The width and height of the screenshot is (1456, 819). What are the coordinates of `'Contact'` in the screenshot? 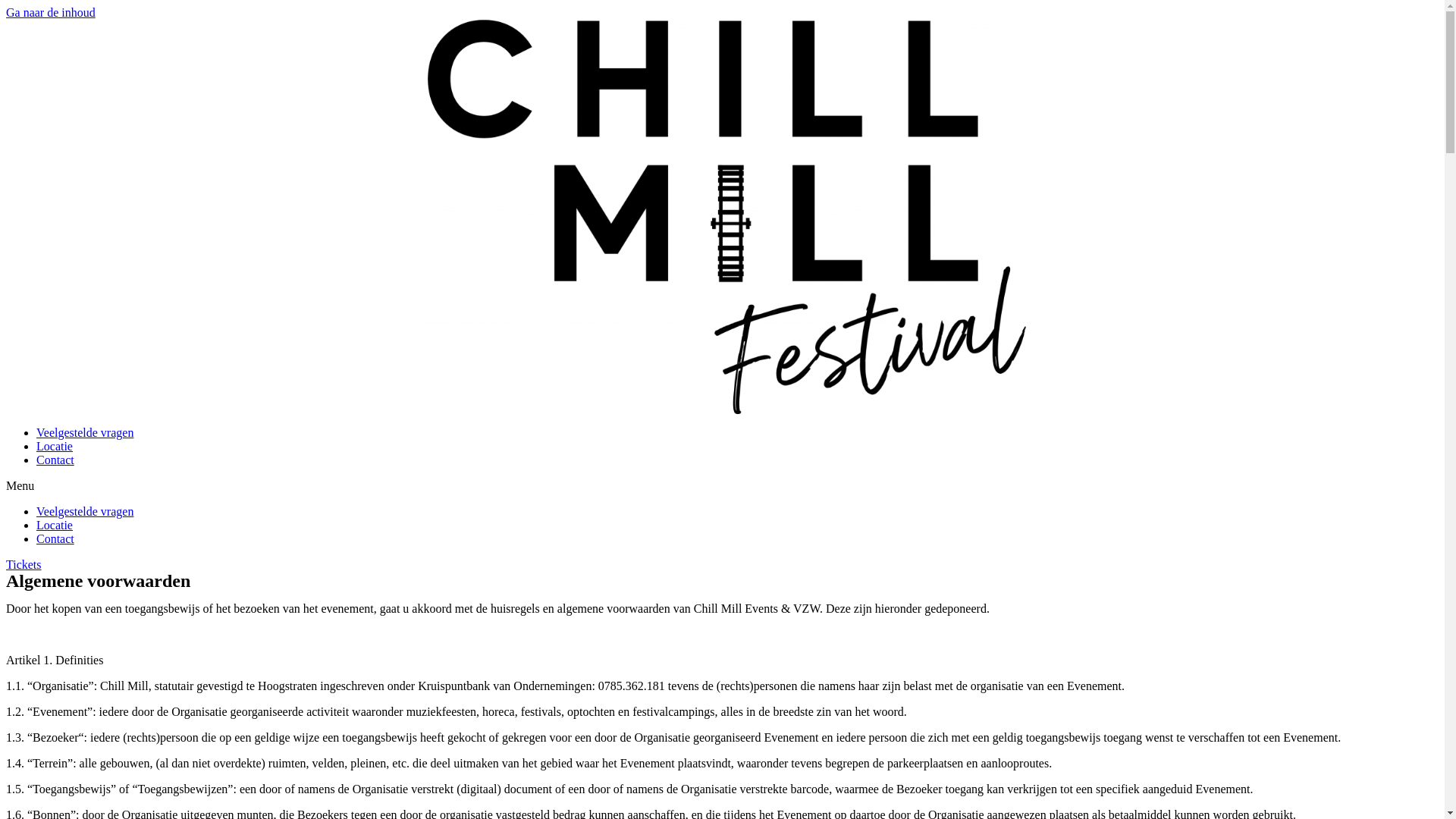 It's located at (55, 459).